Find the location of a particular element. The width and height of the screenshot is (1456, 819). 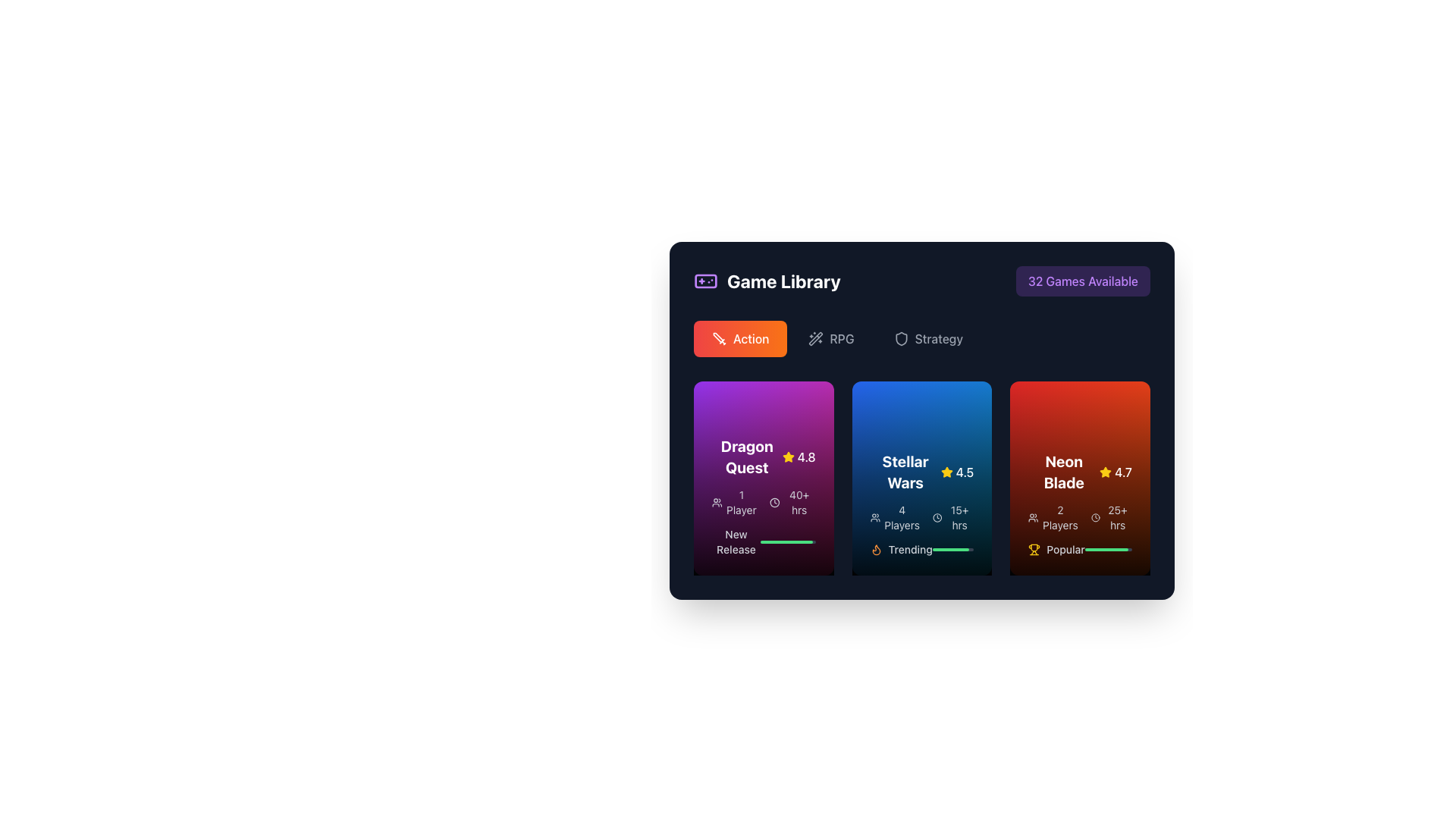

the 'Stellar Wars' text label, which displays in a bold, white font against a dark blue background within the second game card of the 'Game Library' interface is located at coordinates (905, 472).